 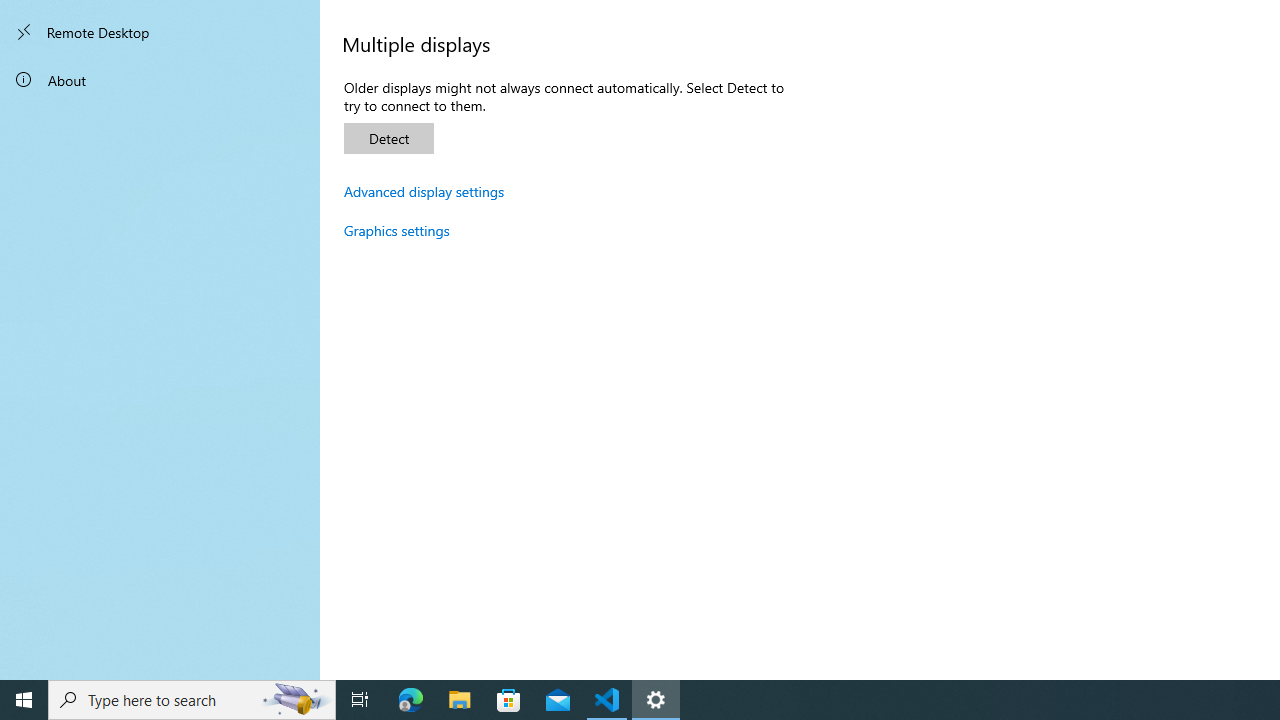 What do you see at coordinates (160, 78) in the screenshot?
I see `'About'` at bounding box center [160, 78].